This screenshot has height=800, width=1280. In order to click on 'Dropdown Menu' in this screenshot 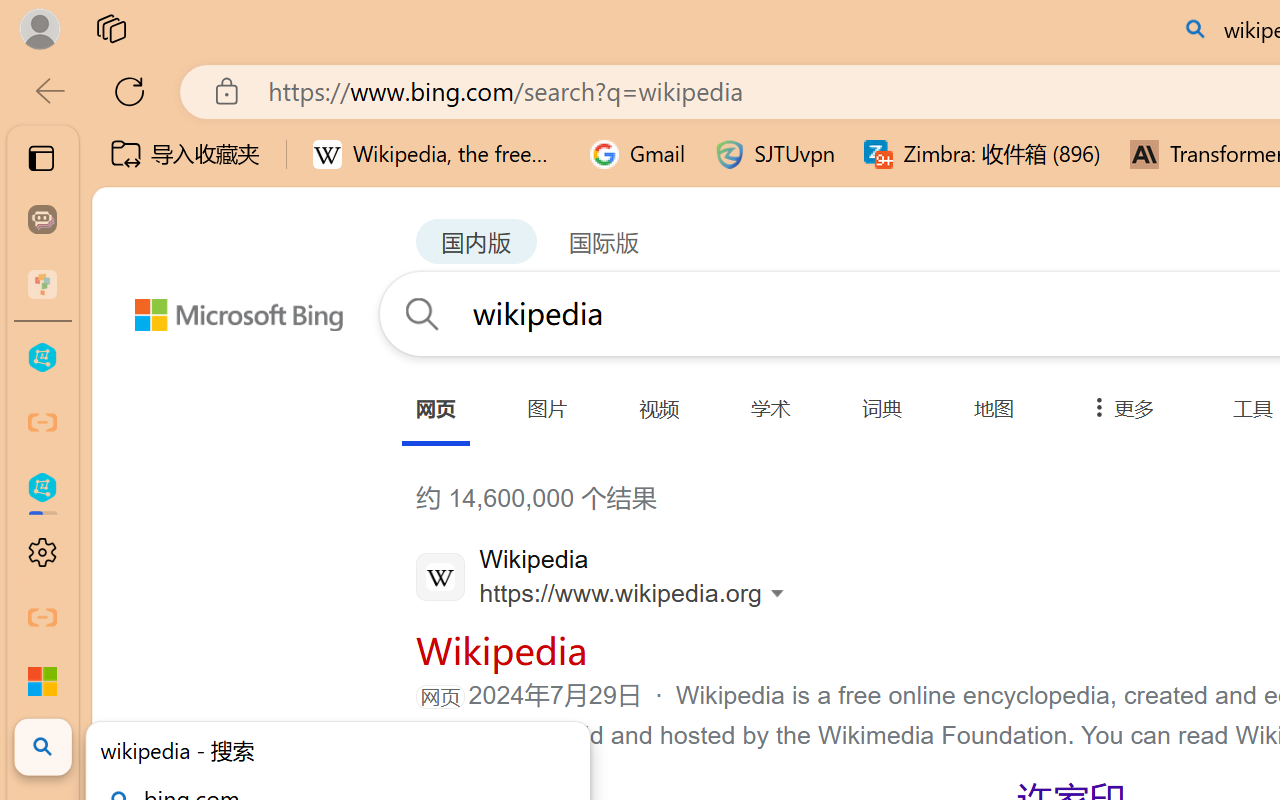, I will do `click(1117, 408)`.